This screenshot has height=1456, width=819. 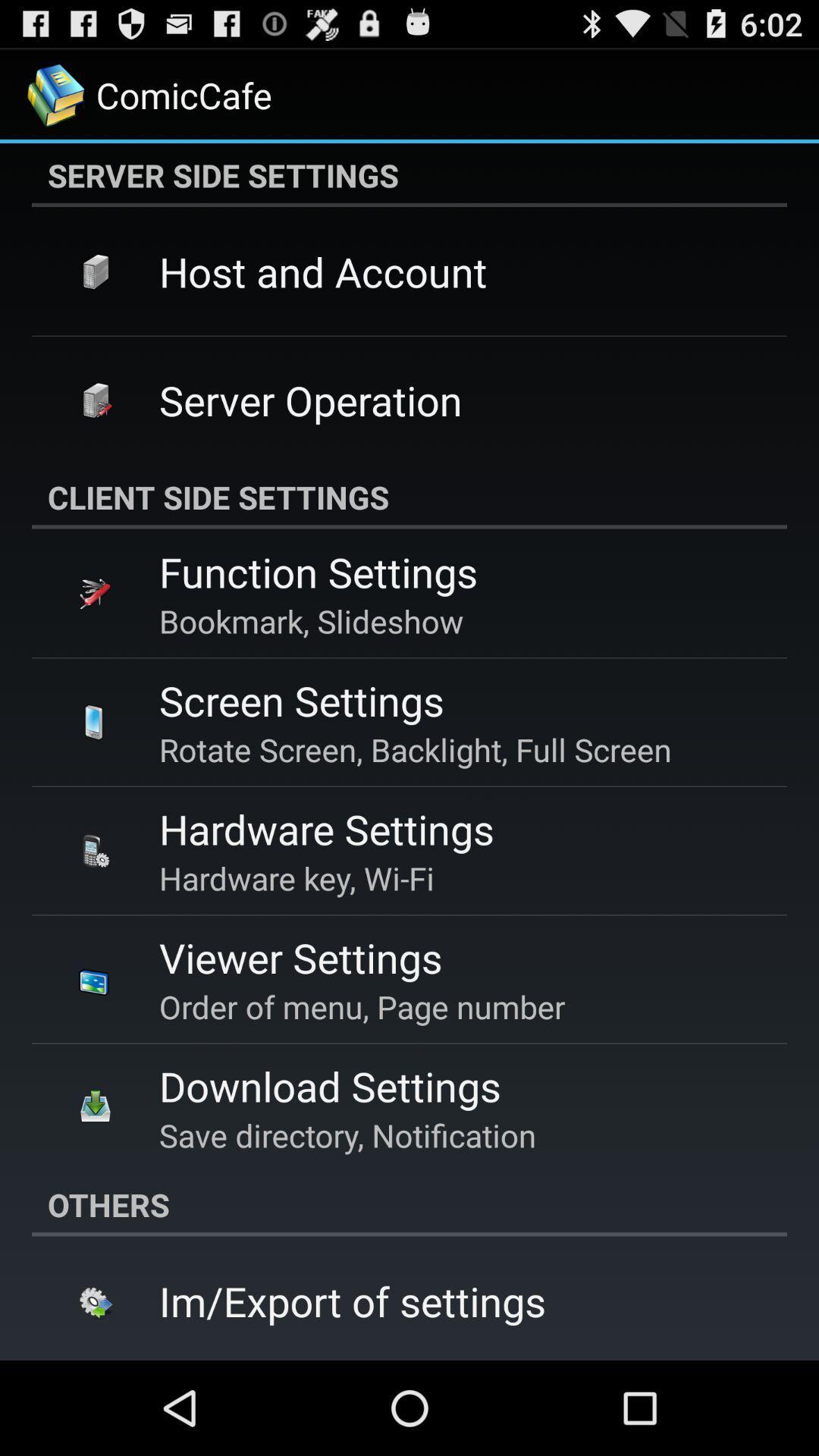 What do you see at coordinates (318, 571) in the screenshot?
I see `function settings item` at bounding box center [318, 571].